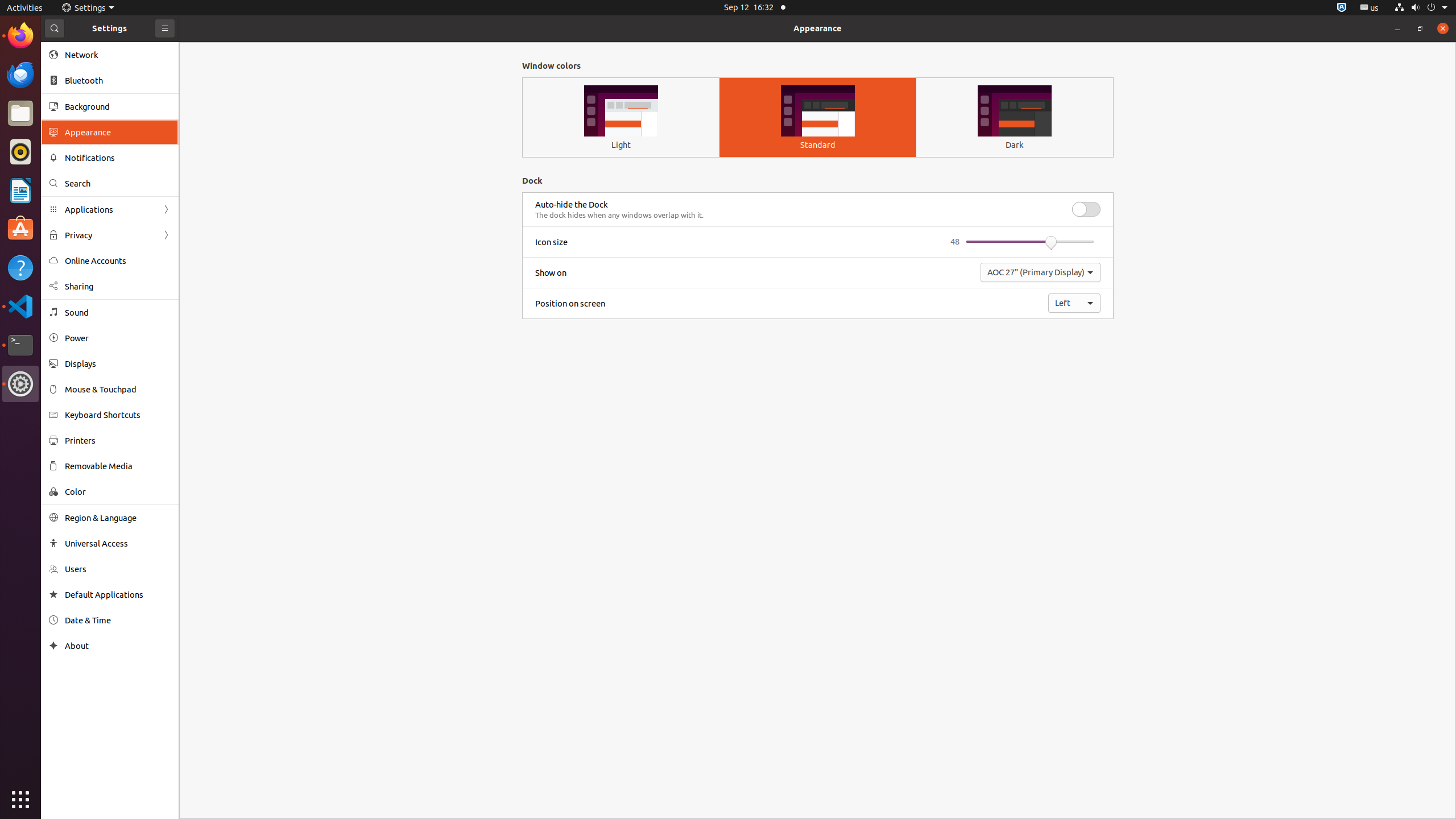 This screenshot has height=819, width=1456. Describe the element at coordinates (118, 388) in the screenshot. I see `'Mouse & Touchpad'` at that location.